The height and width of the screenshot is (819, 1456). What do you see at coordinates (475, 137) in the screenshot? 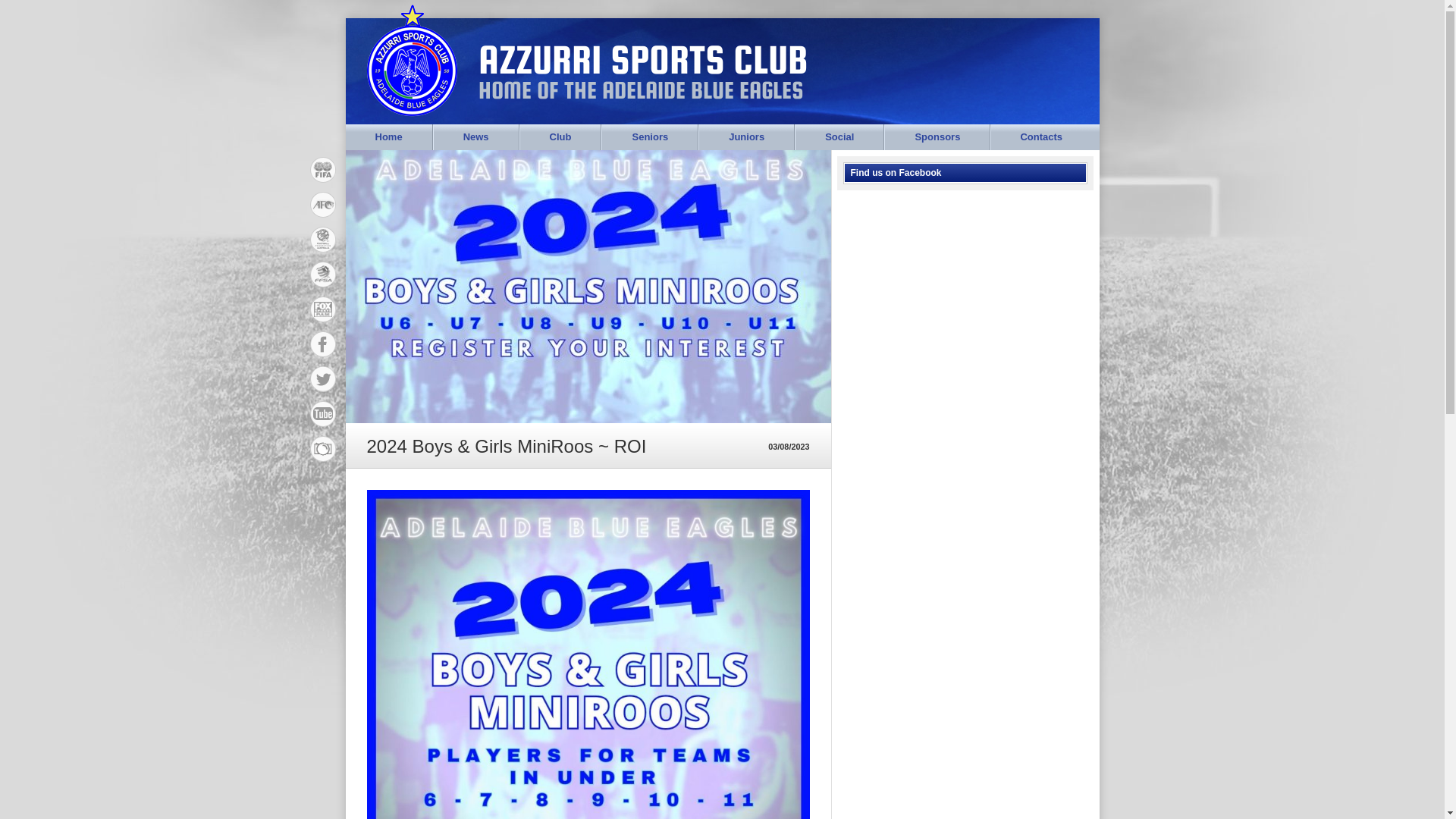
I see `'News'` at bounding box center [475, 137].